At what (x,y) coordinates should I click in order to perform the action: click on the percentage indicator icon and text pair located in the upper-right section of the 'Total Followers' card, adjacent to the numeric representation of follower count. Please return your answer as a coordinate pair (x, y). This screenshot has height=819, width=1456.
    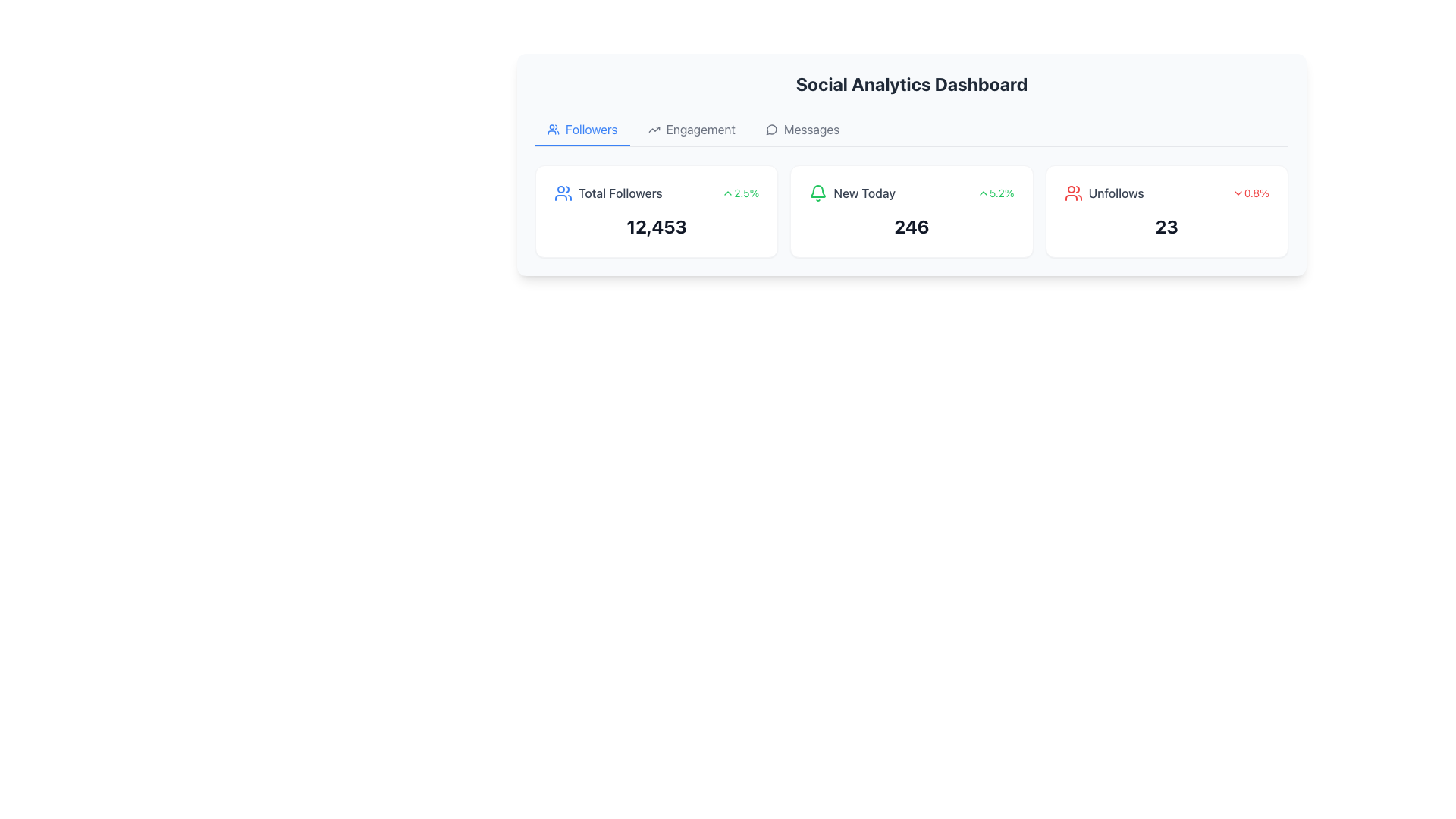
    Looking at the image, I should click on (740, 192).